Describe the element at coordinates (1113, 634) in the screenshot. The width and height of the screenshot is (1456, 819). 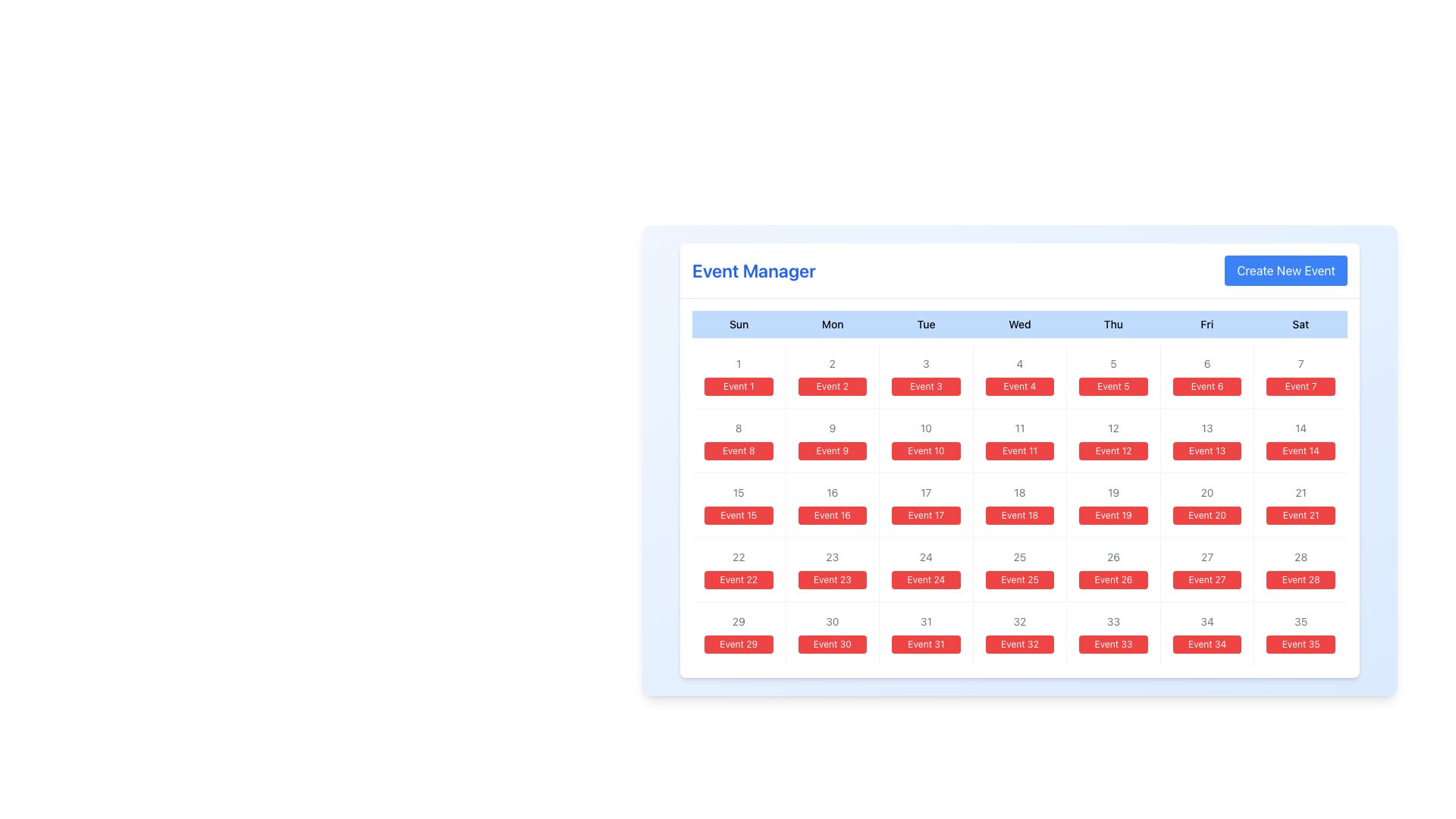
I see `the interactive button labeled 'Event 33' with a numeric indicator '33'` at that location.